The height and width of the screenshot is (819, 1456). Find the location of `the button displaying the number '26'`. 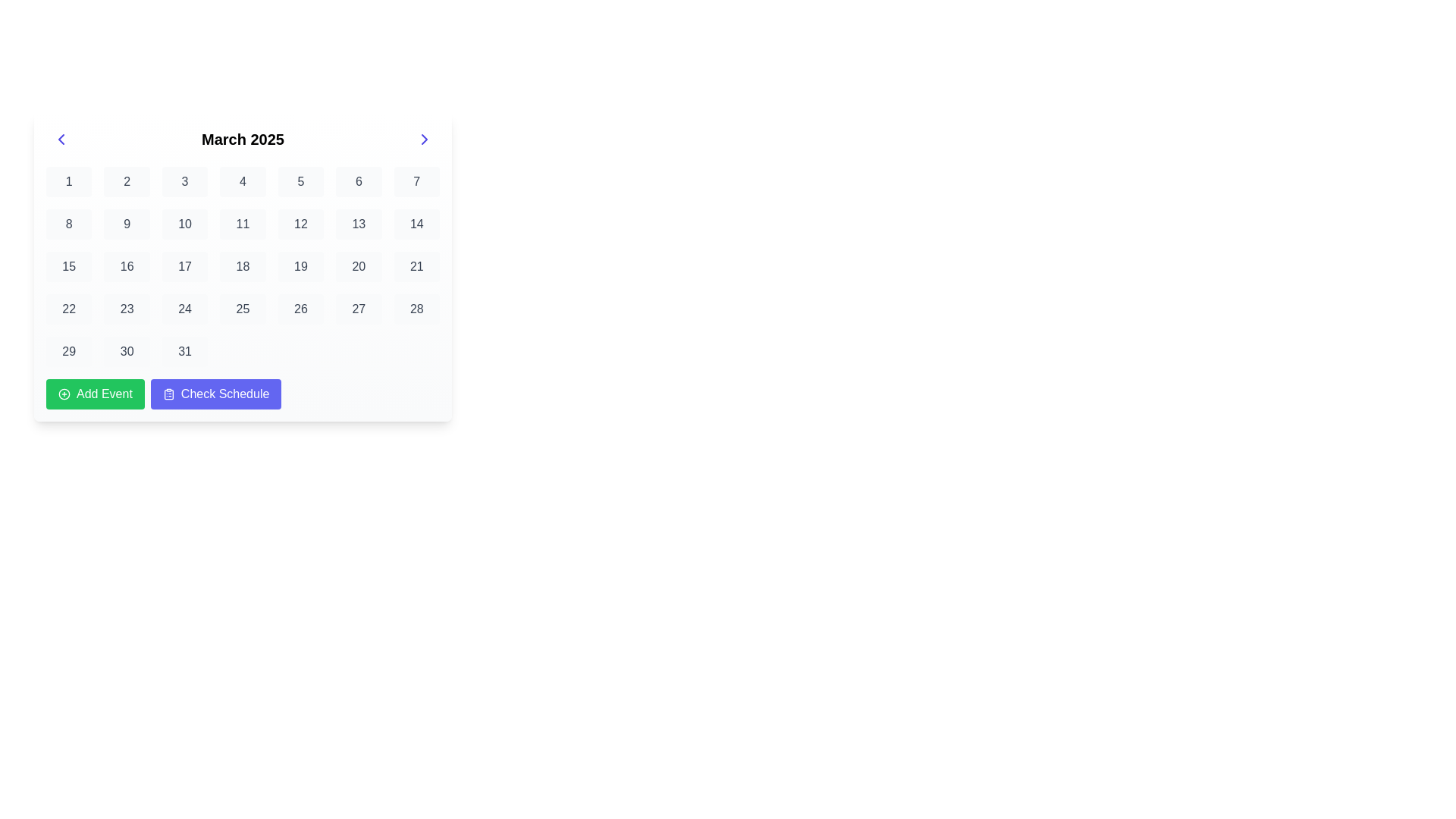

the button displaying the number '26' is located at coordinates (300, 309).